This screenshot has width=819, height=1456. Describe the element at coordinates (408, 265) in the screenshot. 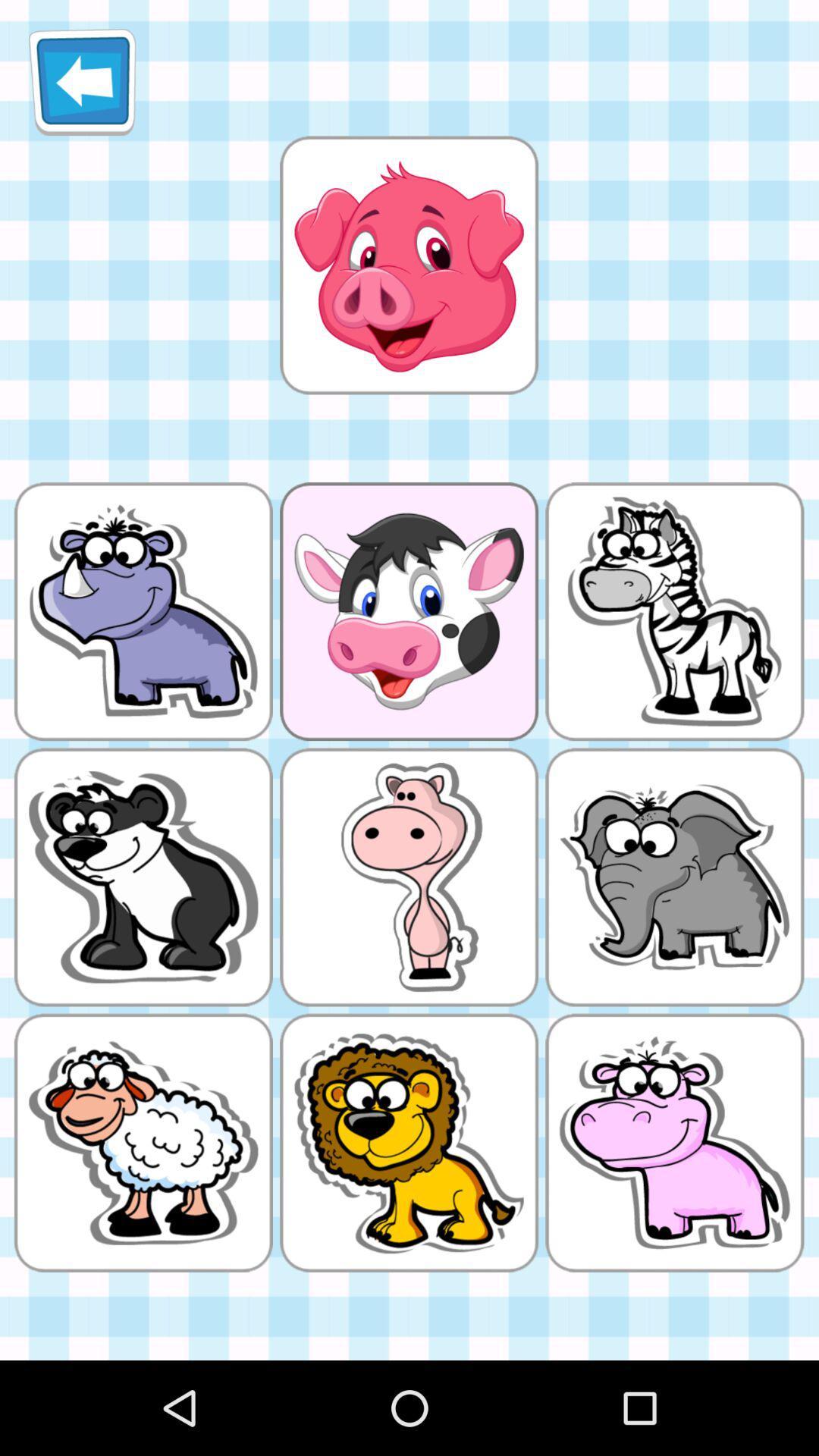

I see `choose image` at that location.